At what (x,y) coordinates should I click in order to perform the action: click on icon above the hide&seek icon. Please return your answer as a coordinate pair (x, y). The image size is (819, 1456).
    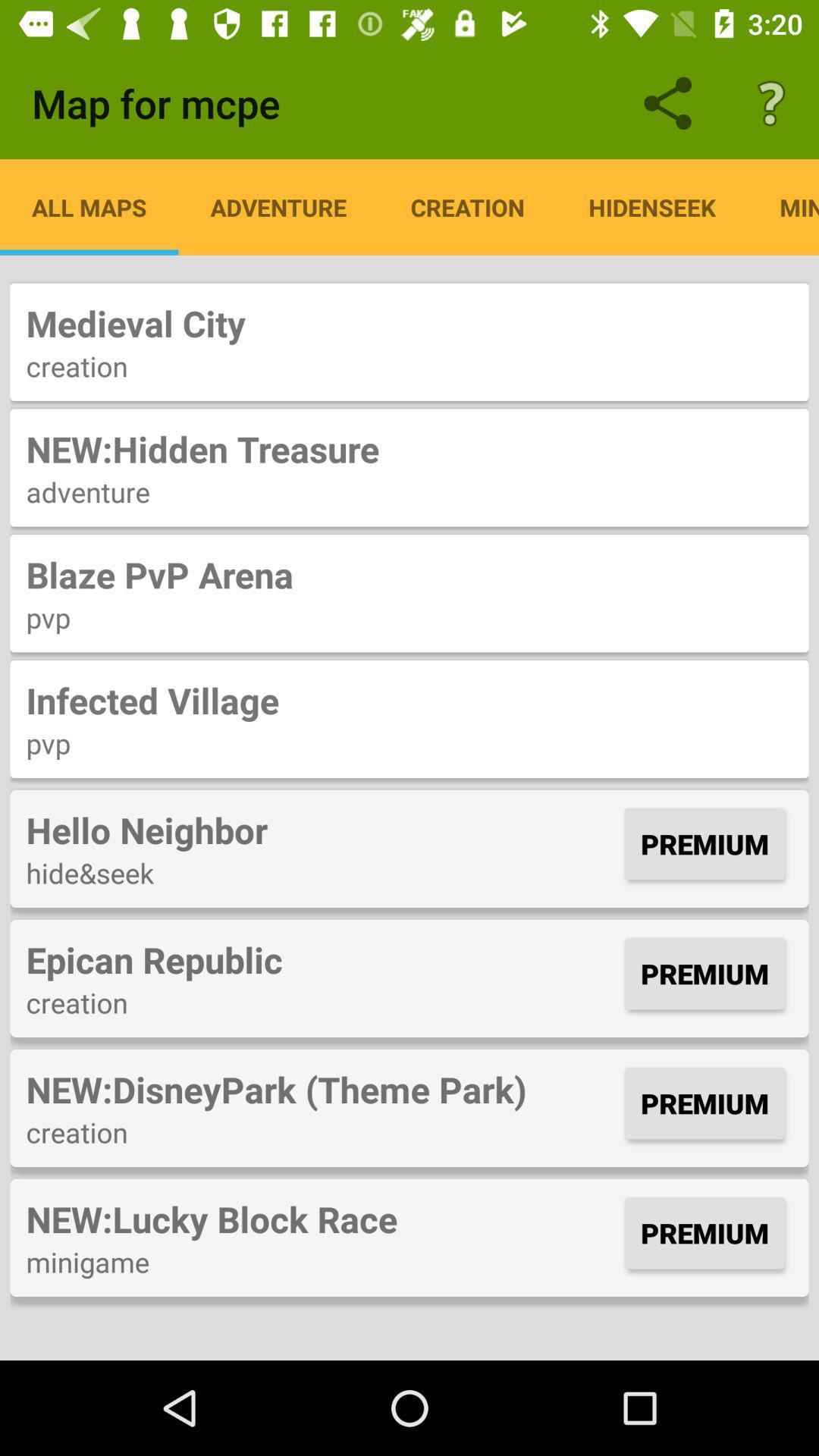
    Looking at the image, I should click on (321, 829).